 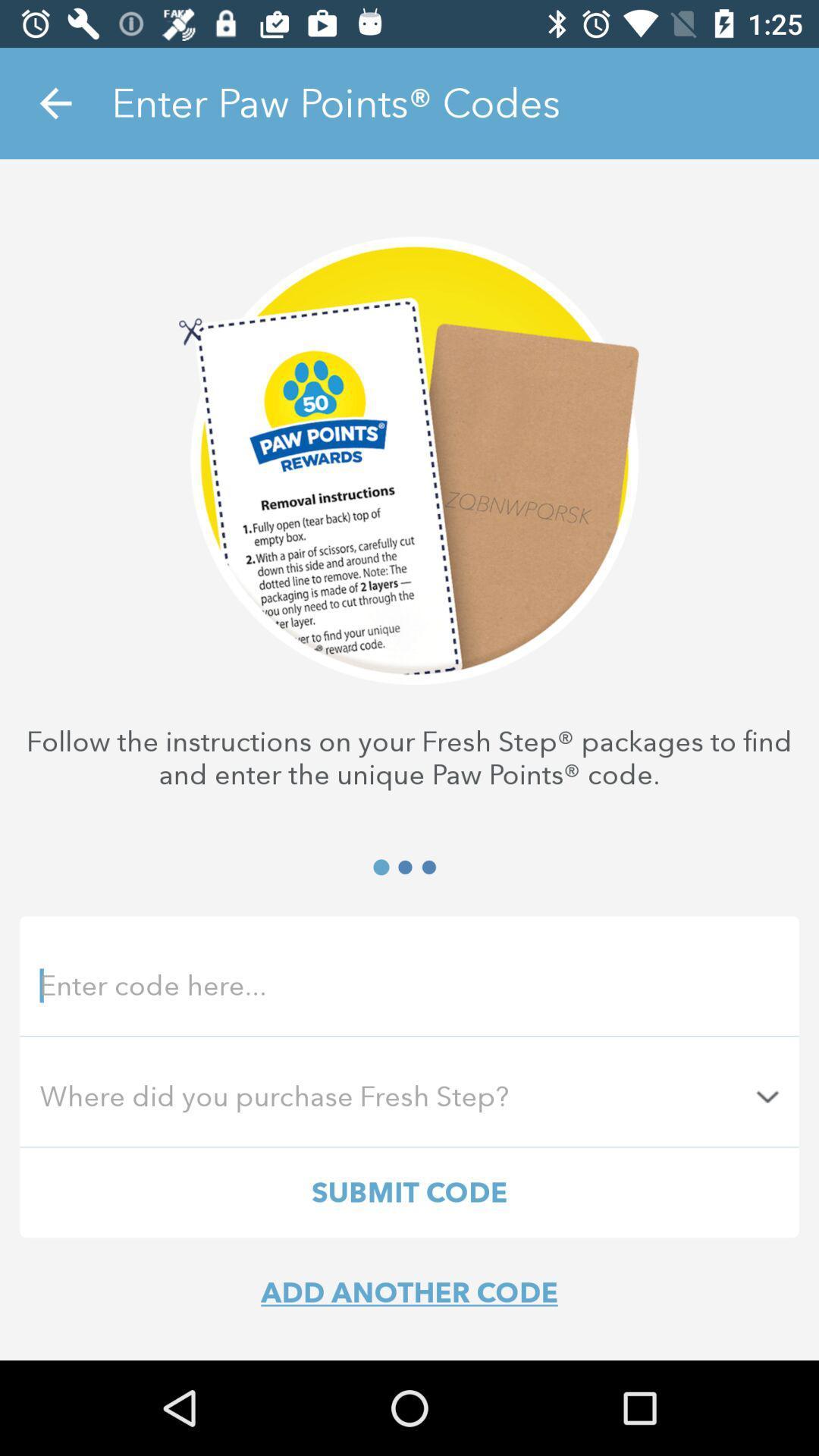 I want to click on the add another code item, so click(x=409, y=1291).